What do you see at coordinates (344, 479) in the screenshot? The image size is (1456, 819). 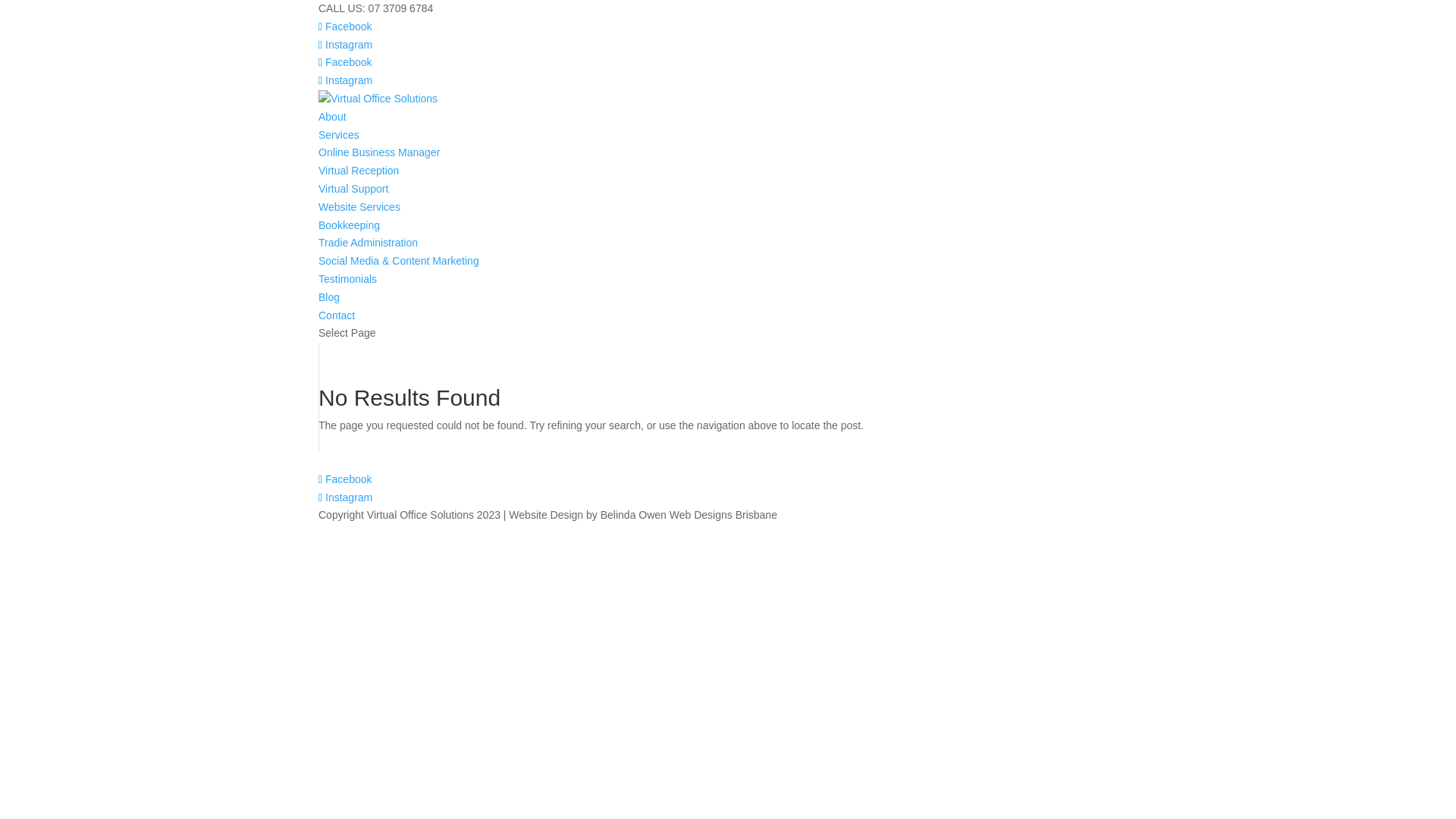 I see `'Facebook'` at bounding box center [344, 479].